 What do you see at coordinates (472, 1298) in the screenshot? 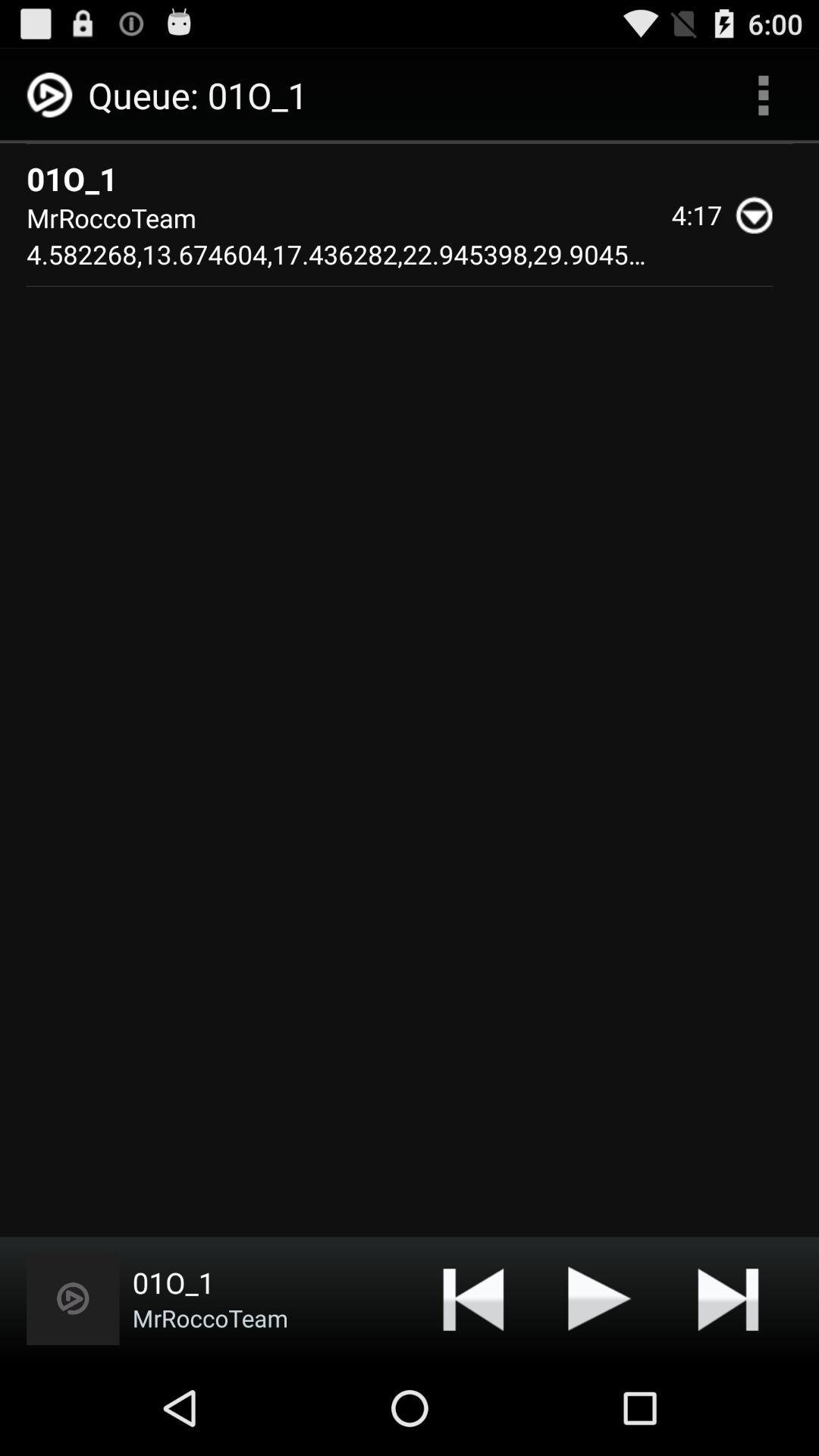
I see `go back` at bounding box center [472, 1298].